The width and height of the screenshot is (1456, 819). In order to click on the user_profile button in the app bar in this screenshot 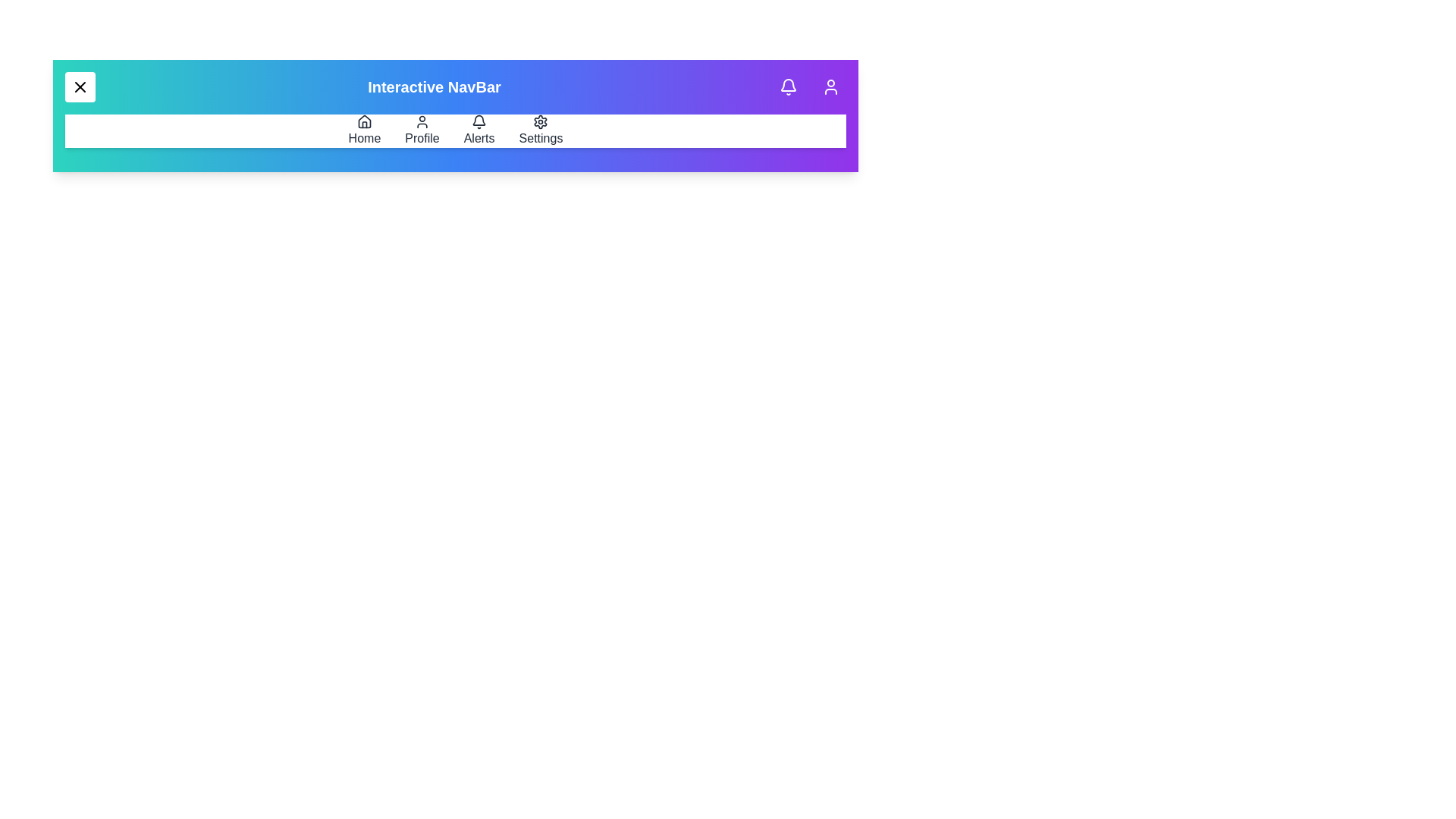, I will do `click(830, 87)`.